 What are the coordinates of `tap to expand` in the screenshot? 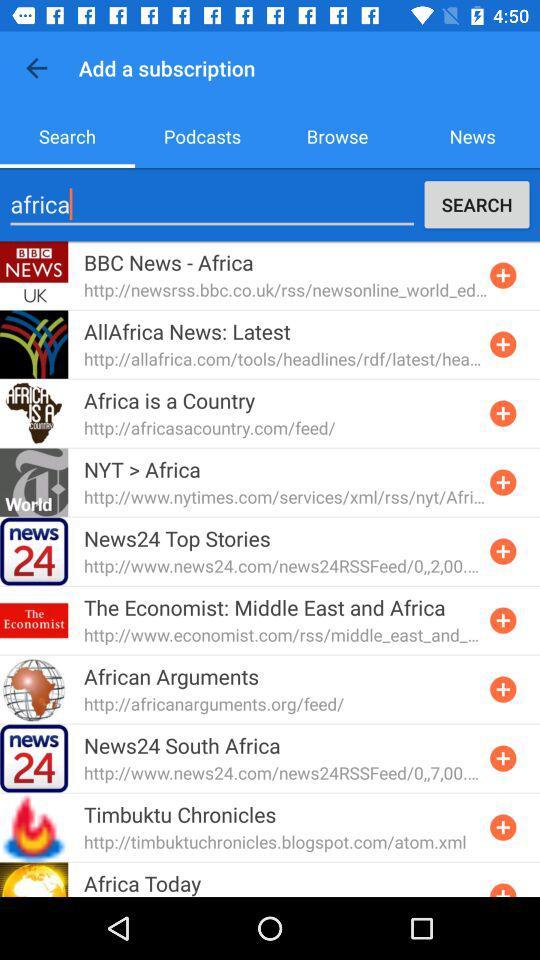 It's located at (502, 344).